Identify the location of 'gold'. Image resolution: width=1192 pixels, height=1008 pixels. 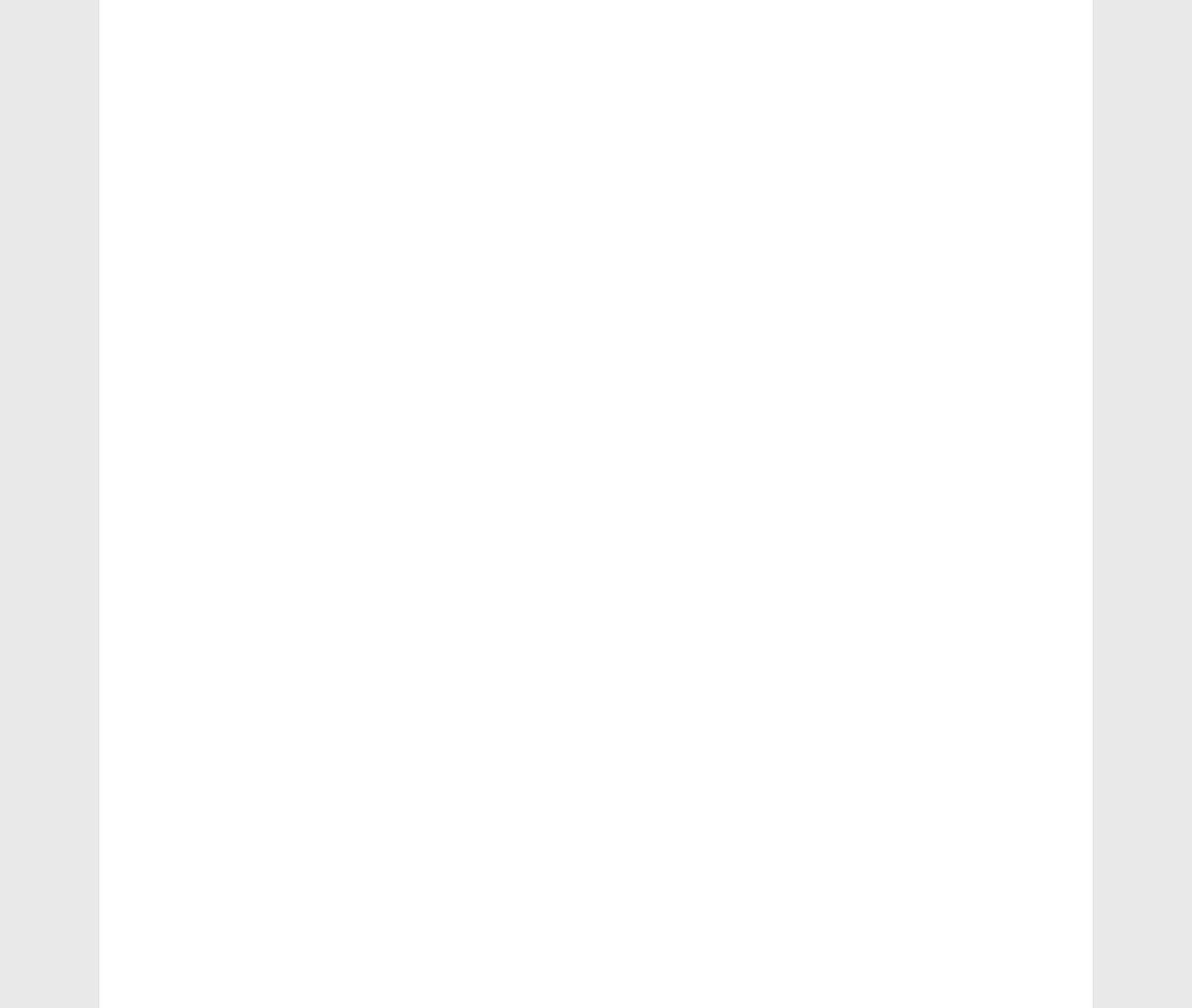
(168, 725).